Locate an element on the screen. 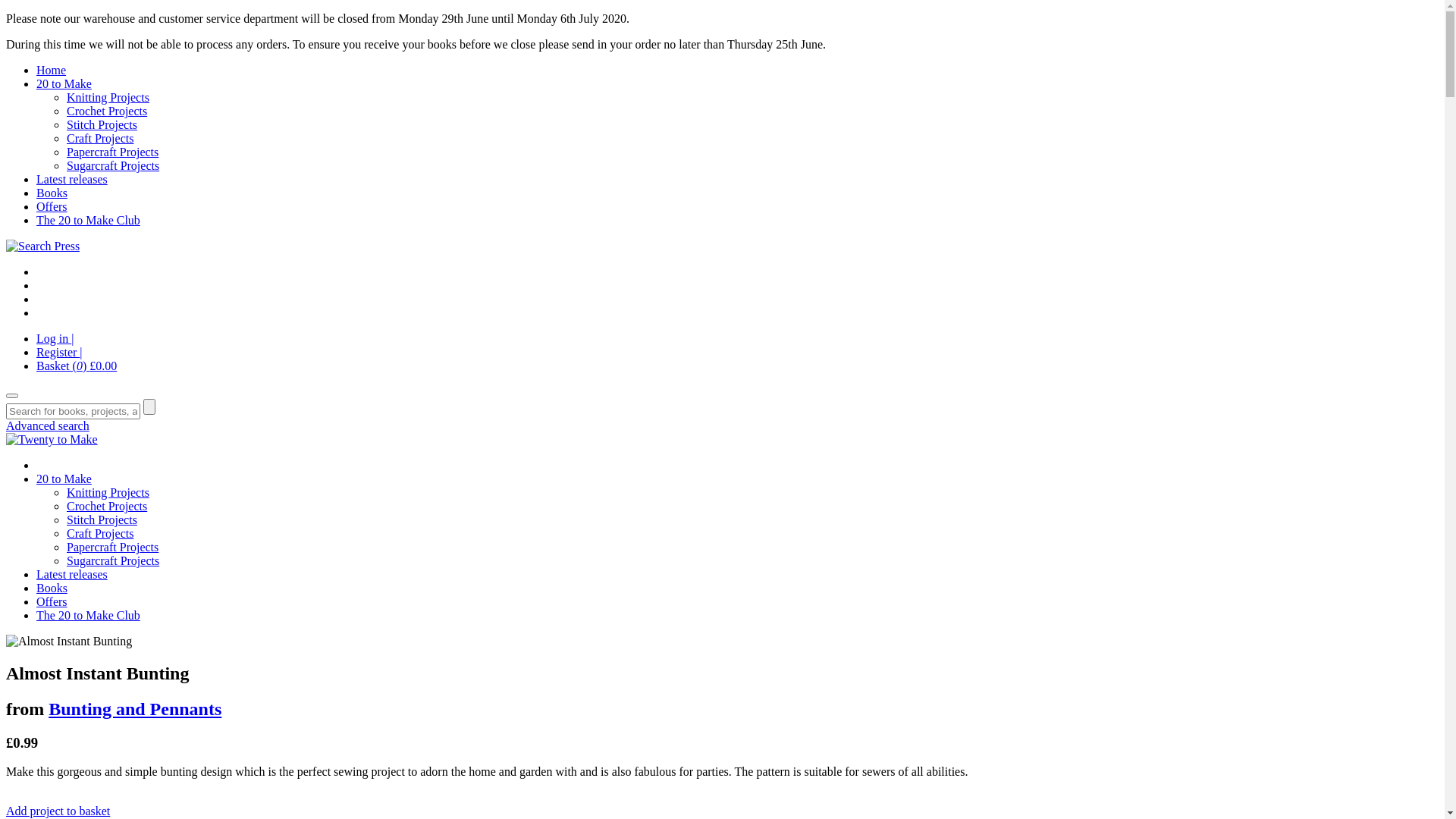 The height and width of the screenshot is (819, 1456). 'Papercraft Projects' is located at coordinates (111, 152).